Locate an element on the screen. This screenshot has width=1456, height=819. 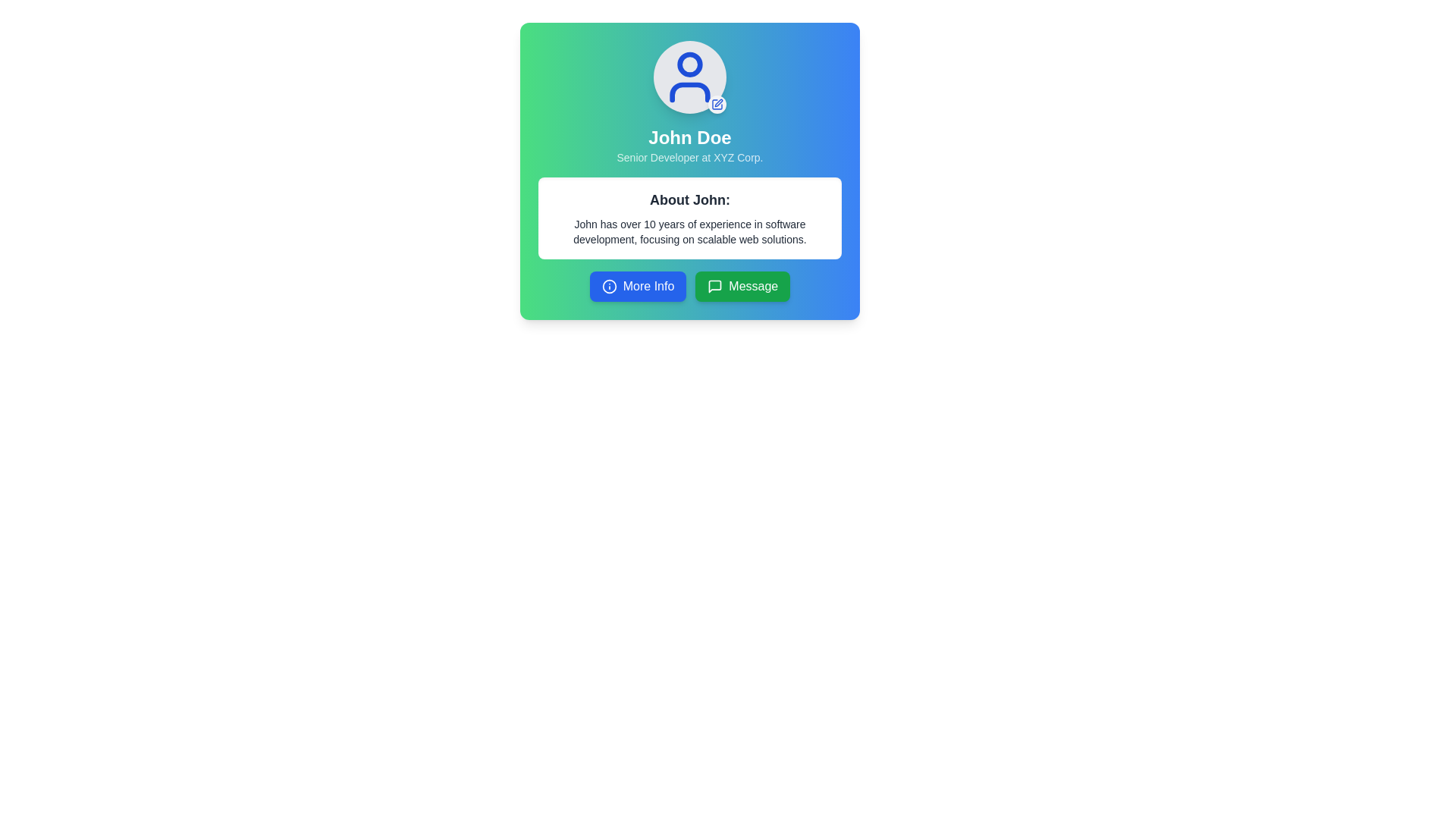
the 'Message' button, which has a green background, rounded corners, and white text next to a speech bubble icon, located below the 'About John:' section is located at coordinates (742, 287).